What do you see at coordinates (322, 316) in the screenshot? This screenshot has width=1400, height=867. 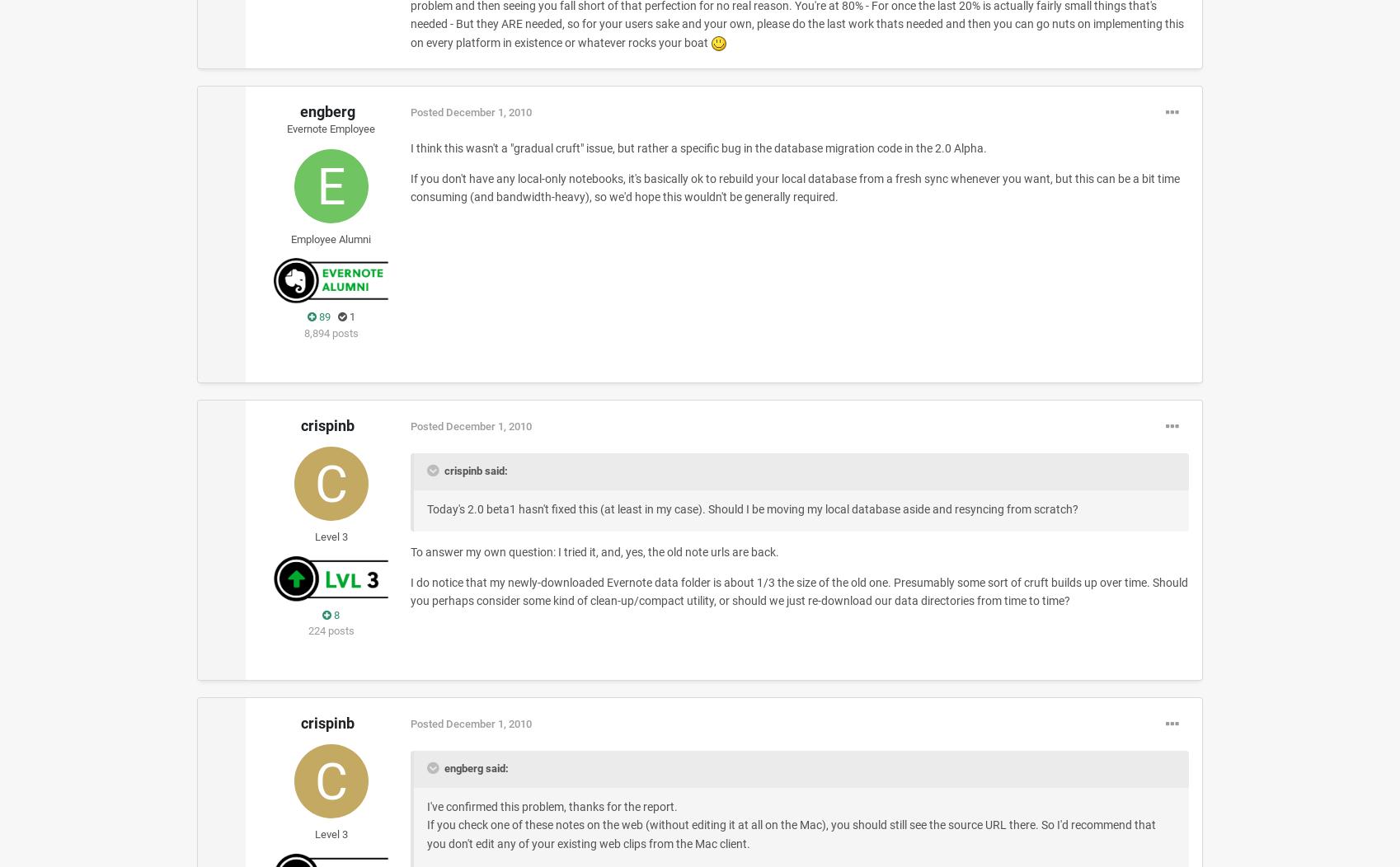 I see `'89'` at bounding box center [322, 316].